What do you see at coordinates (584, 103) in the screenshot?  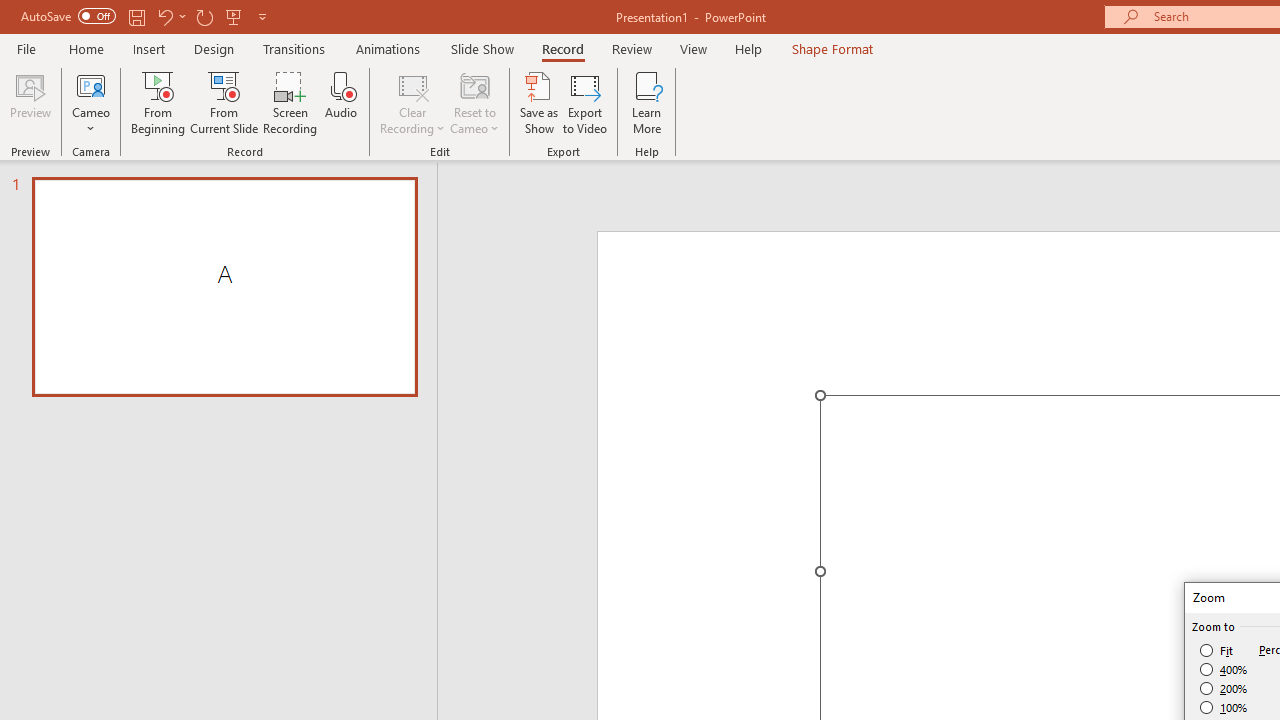 I see `'Export to Video'` at bounding box center [584, 103].